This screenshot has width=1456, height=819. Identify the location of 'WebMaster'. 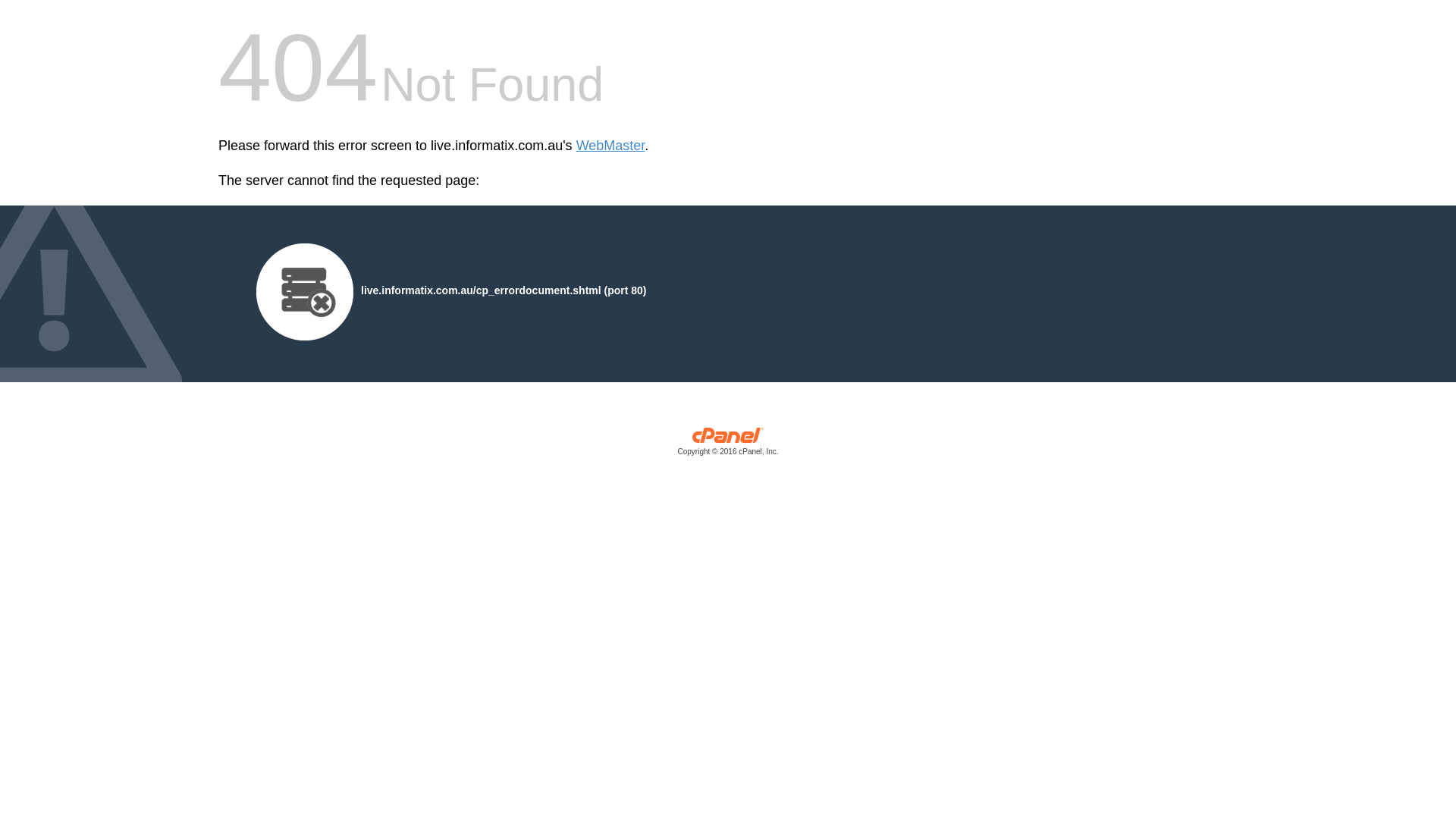
(610, 146).